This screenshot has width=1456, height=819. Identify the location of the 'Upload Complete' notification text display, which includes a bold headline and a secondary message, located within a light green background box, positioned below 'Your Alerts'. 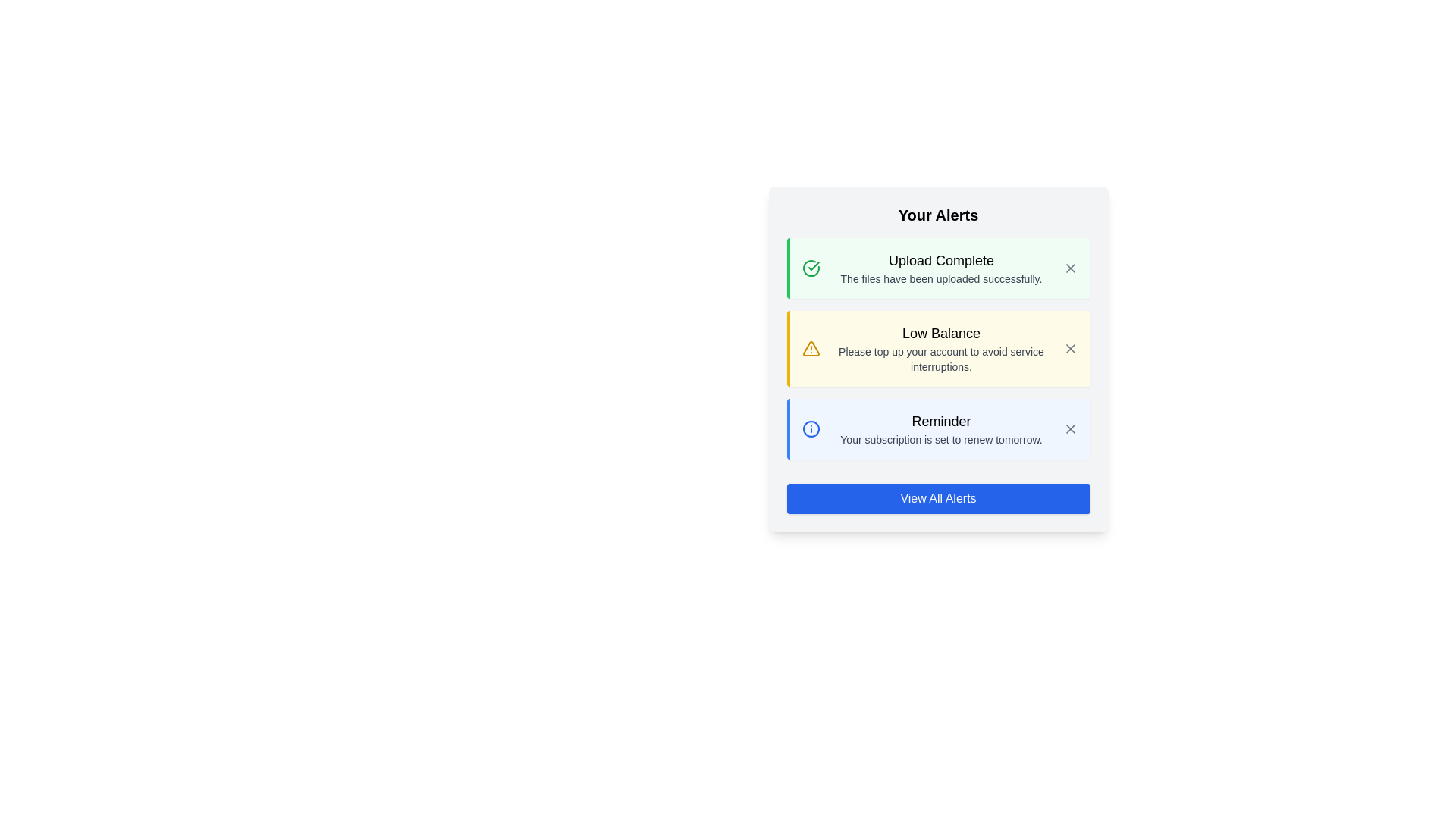
(940, 268).